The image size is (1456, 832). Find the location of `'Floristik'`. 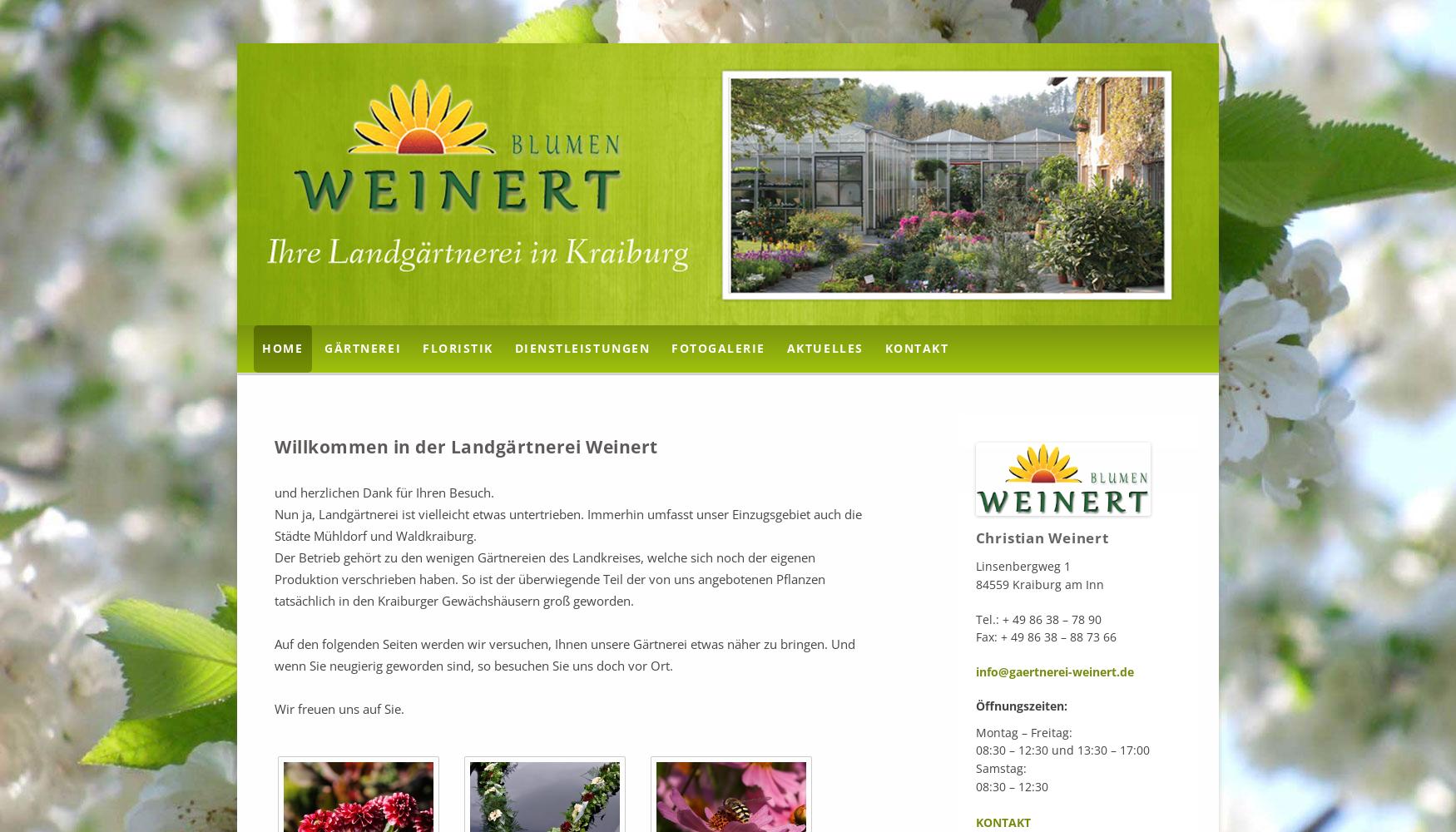

'Floristik' is located at coordinates (457, 348).